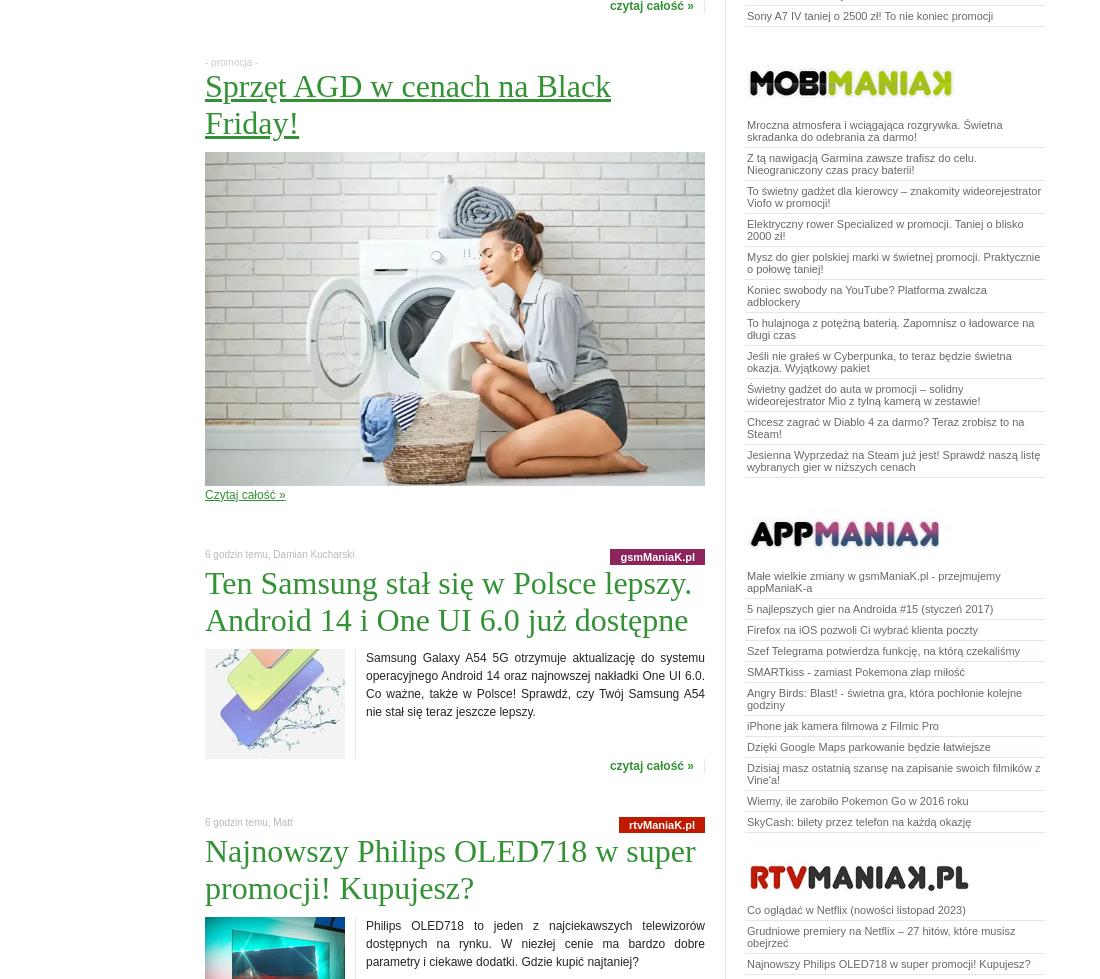 The height and width of the screenshot is (979, 1100). I want to click on 'SkyCash: bilety przez telefon na każdą okazję', so click(857, 820).